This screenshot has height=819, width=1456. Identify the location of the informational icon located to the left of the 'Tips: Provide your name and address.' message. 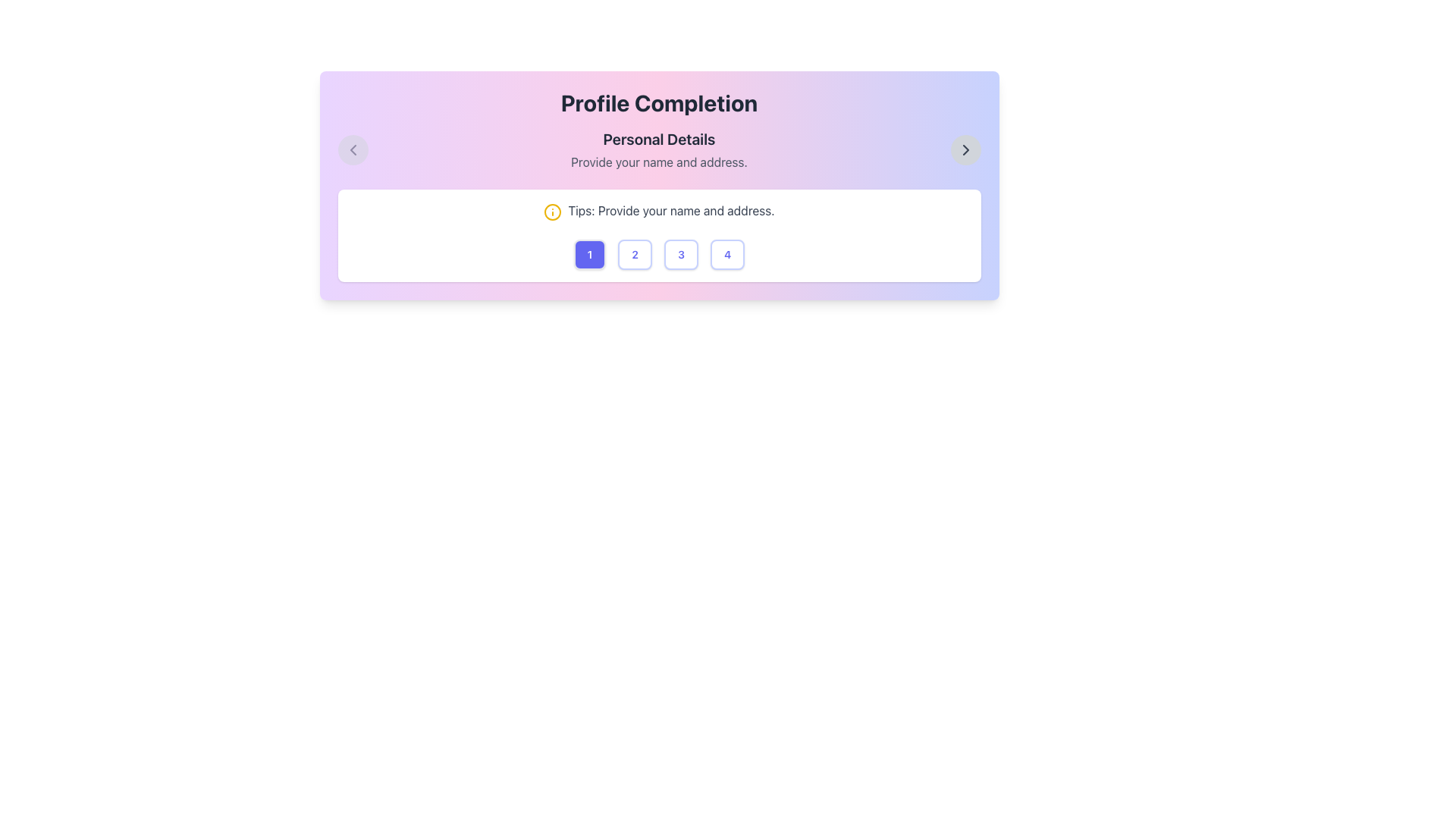
(552, 212).